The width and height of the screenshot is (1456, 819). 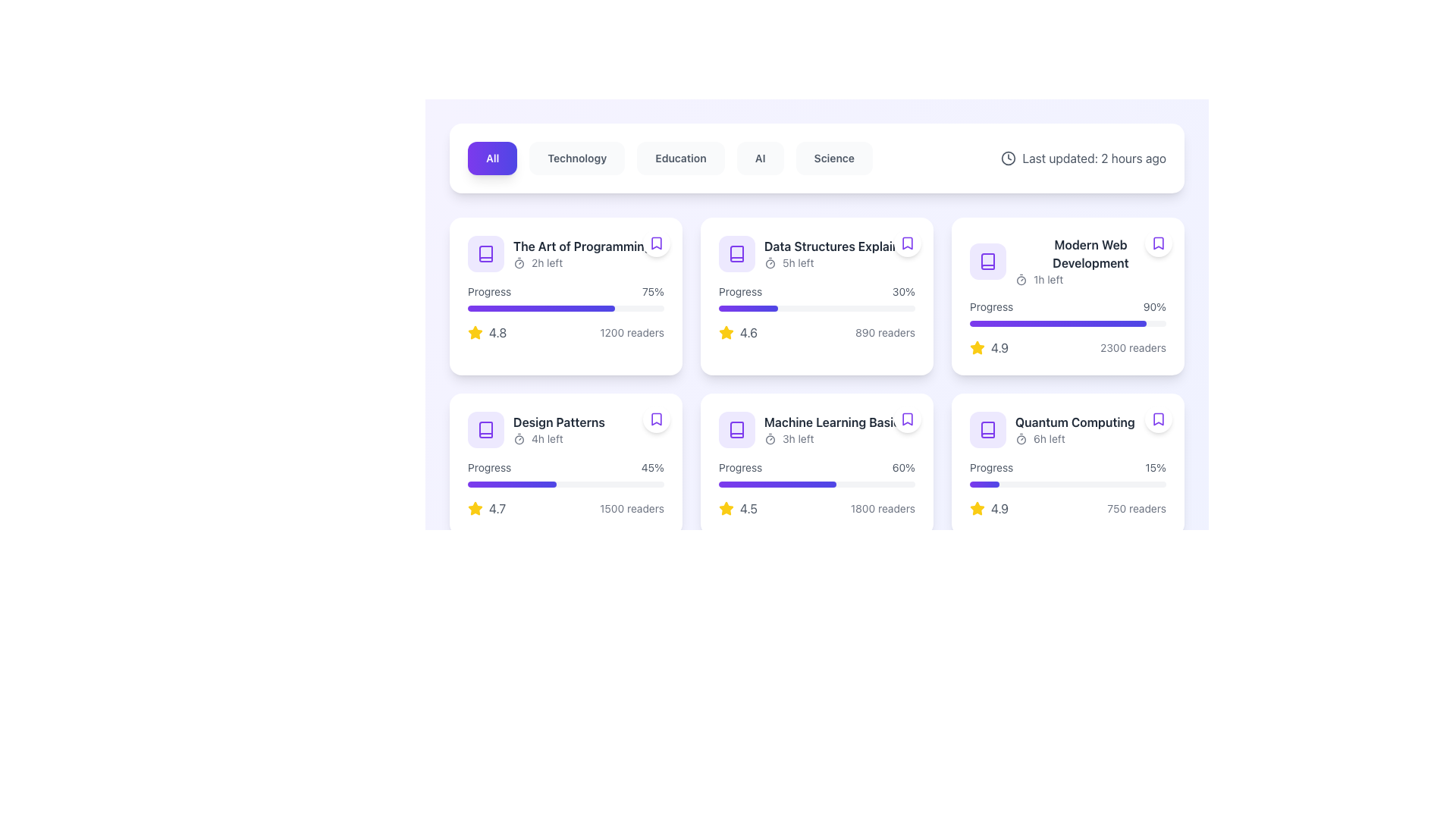 I want to click on the static informational text displaying the number of readers associated with the item, located at the bottom-right of the 'Design Patterns' card, so click(x=632, y=509).